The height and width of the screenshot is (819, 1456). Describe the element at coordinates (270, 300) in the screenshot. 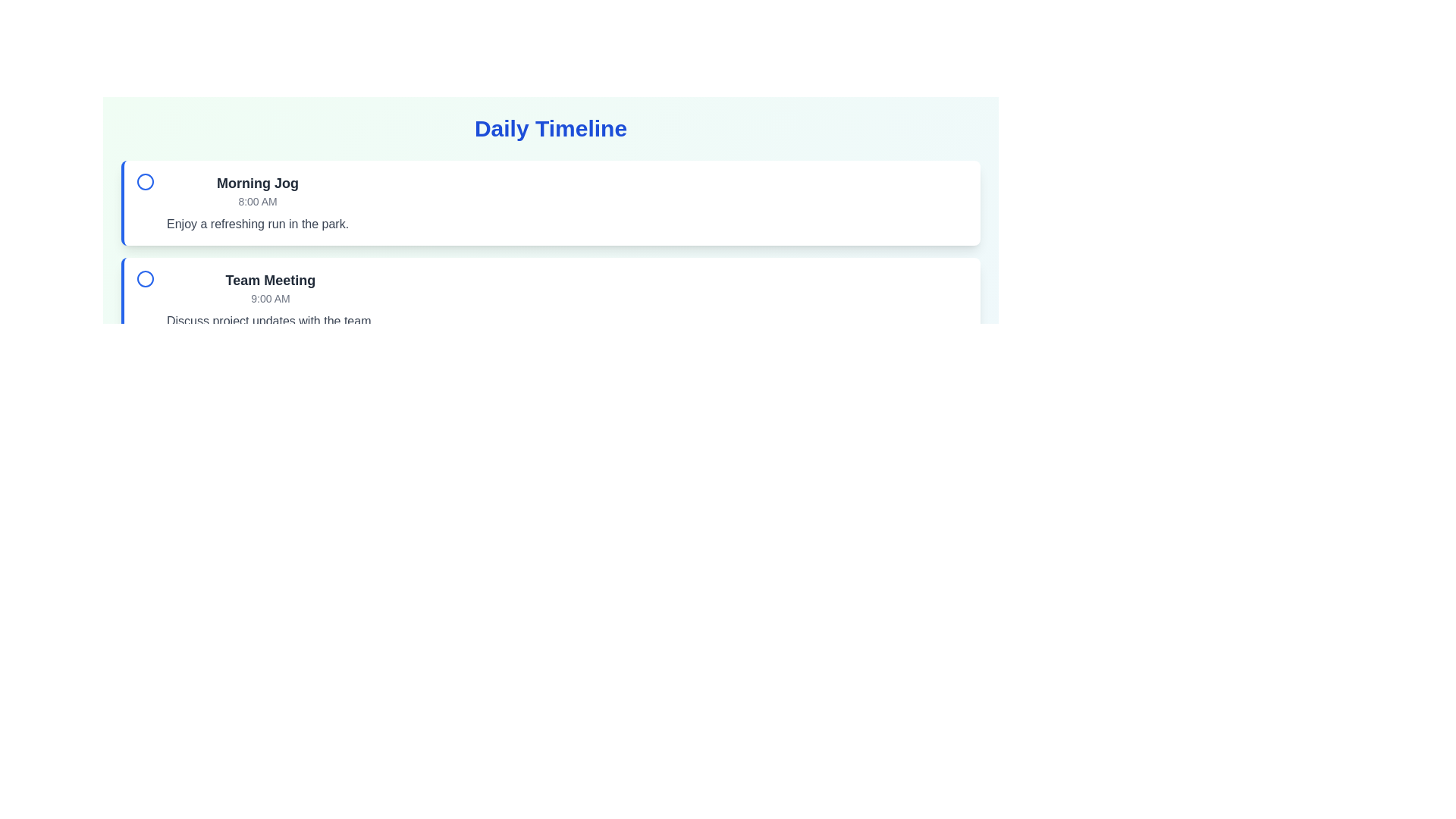

I see `the text in the Informational Display Block titled 'Team Meeting' that includes the timestamp and description for further actions` at that location.